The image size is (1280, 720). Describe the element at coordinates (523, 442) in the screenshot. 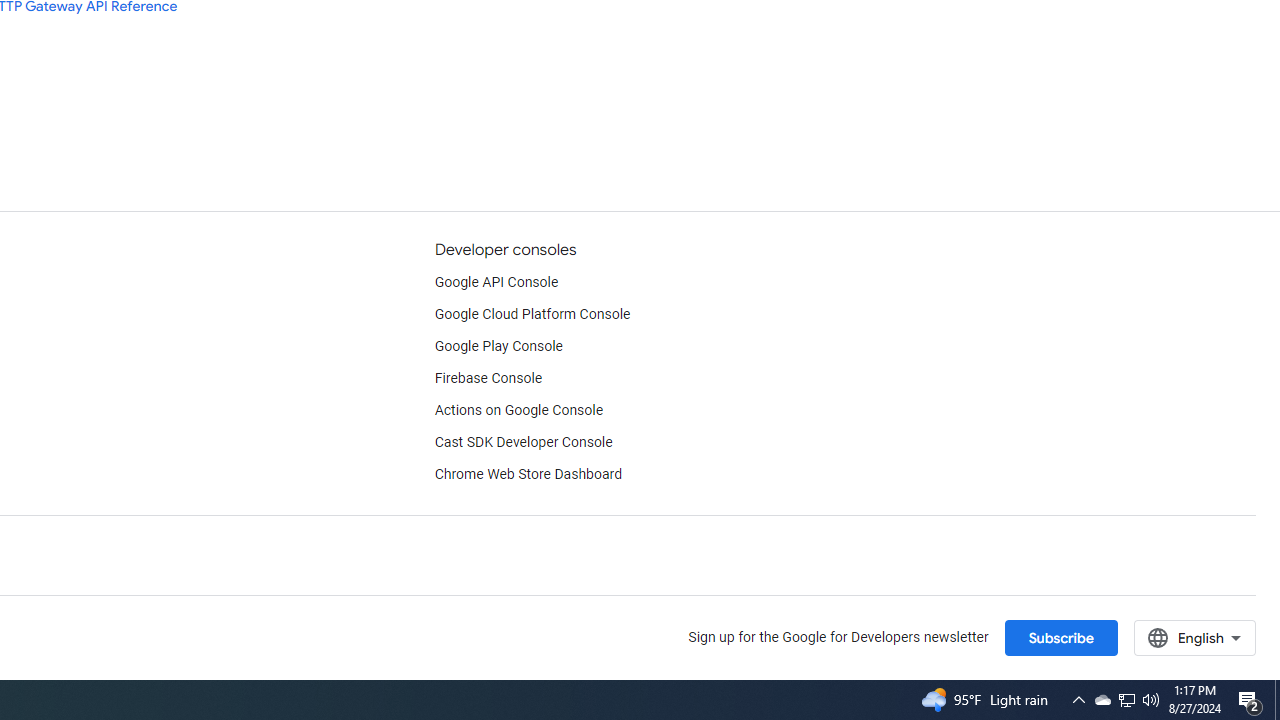

I see `'Cast SDK Developer Console'` at that location.